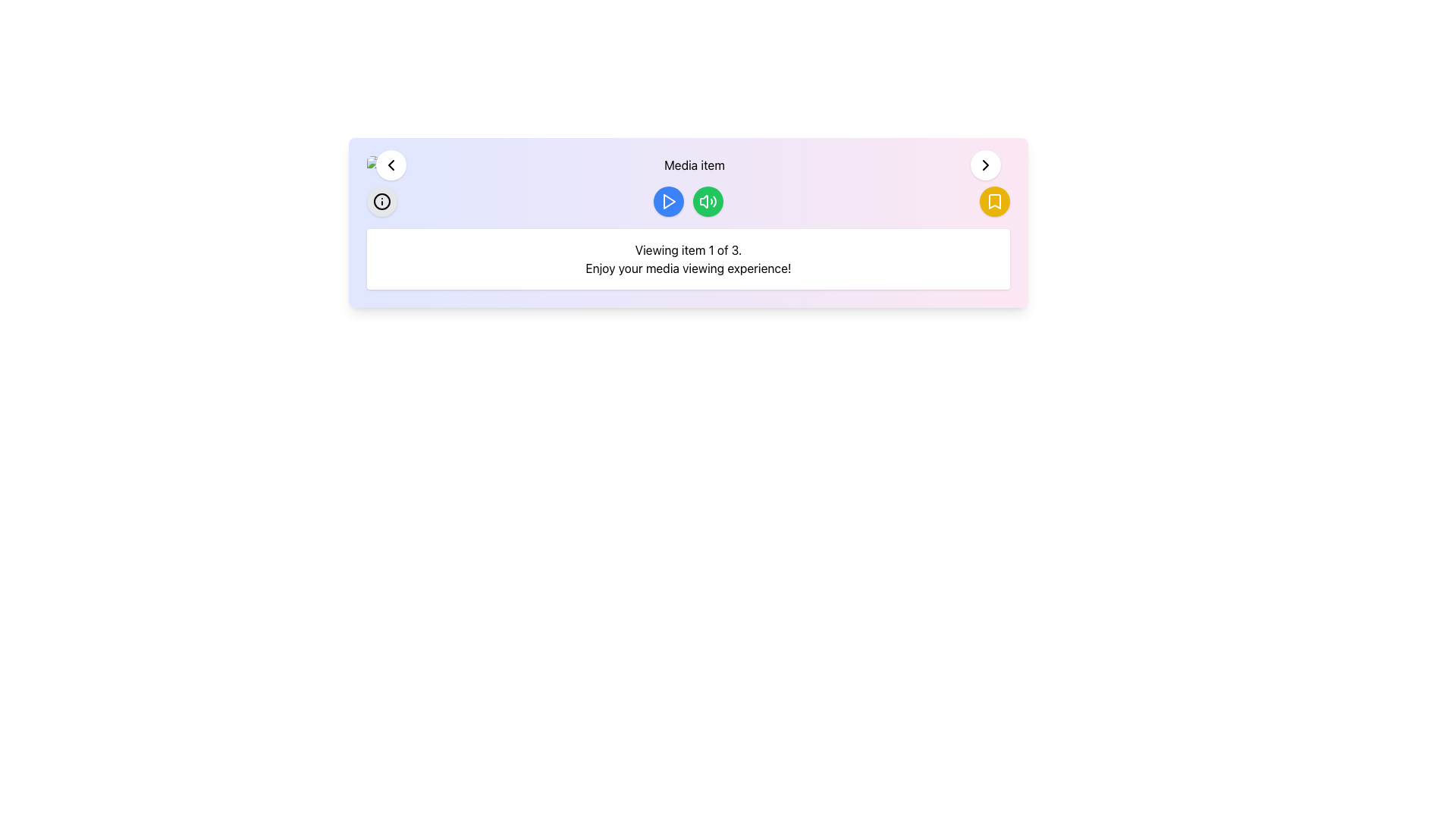 This screenshot has width=1456, height=819. I want to click on the navigation button located in the top-right corner of the section, so click(986, 165).